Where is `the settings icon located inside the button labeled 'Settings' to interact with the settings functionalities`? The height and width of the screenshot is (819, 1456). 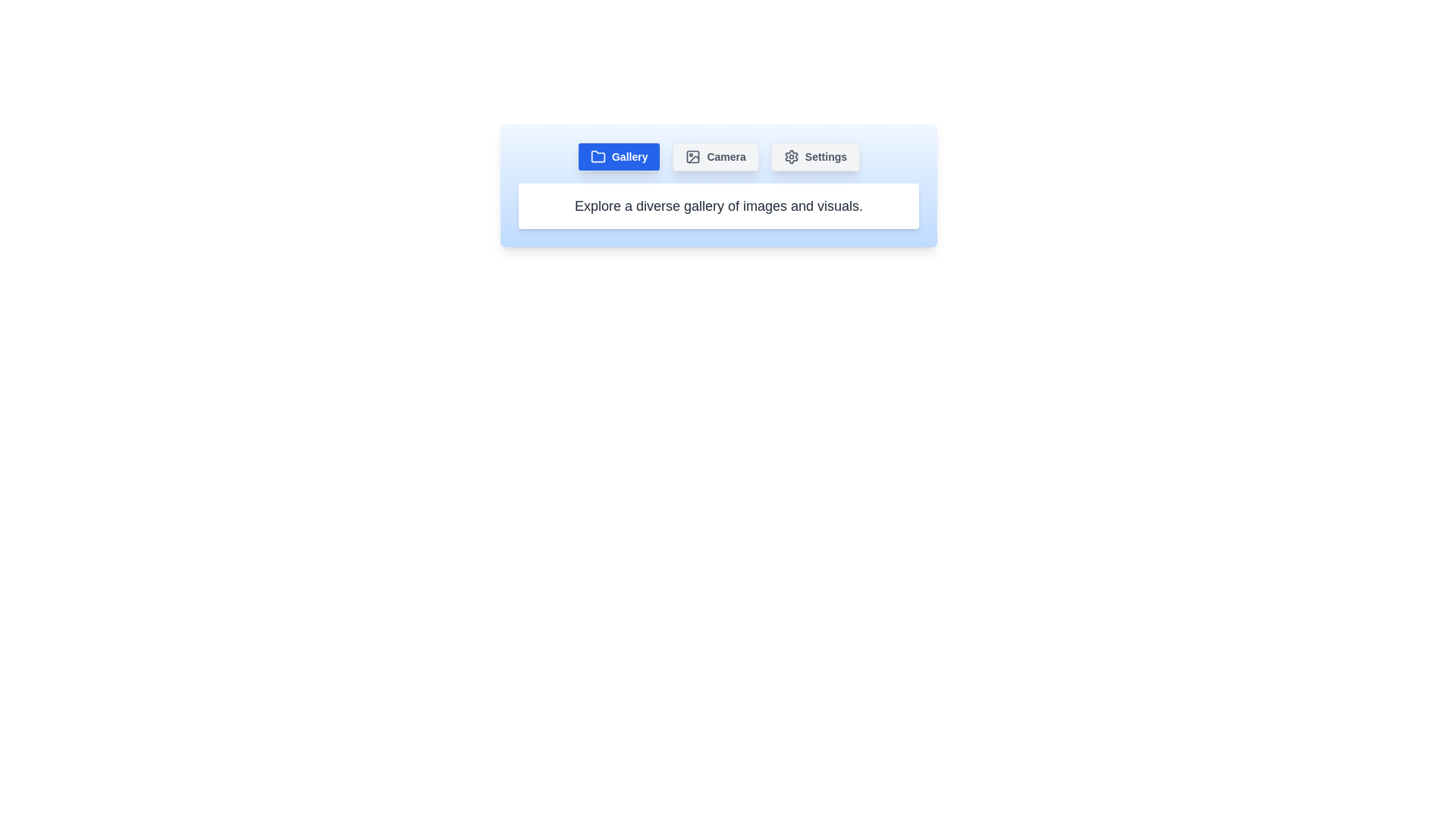
the settings icon located inside the button labeled 'Settings' to interact with the settings functionalities is located at coordinates (790, 157).